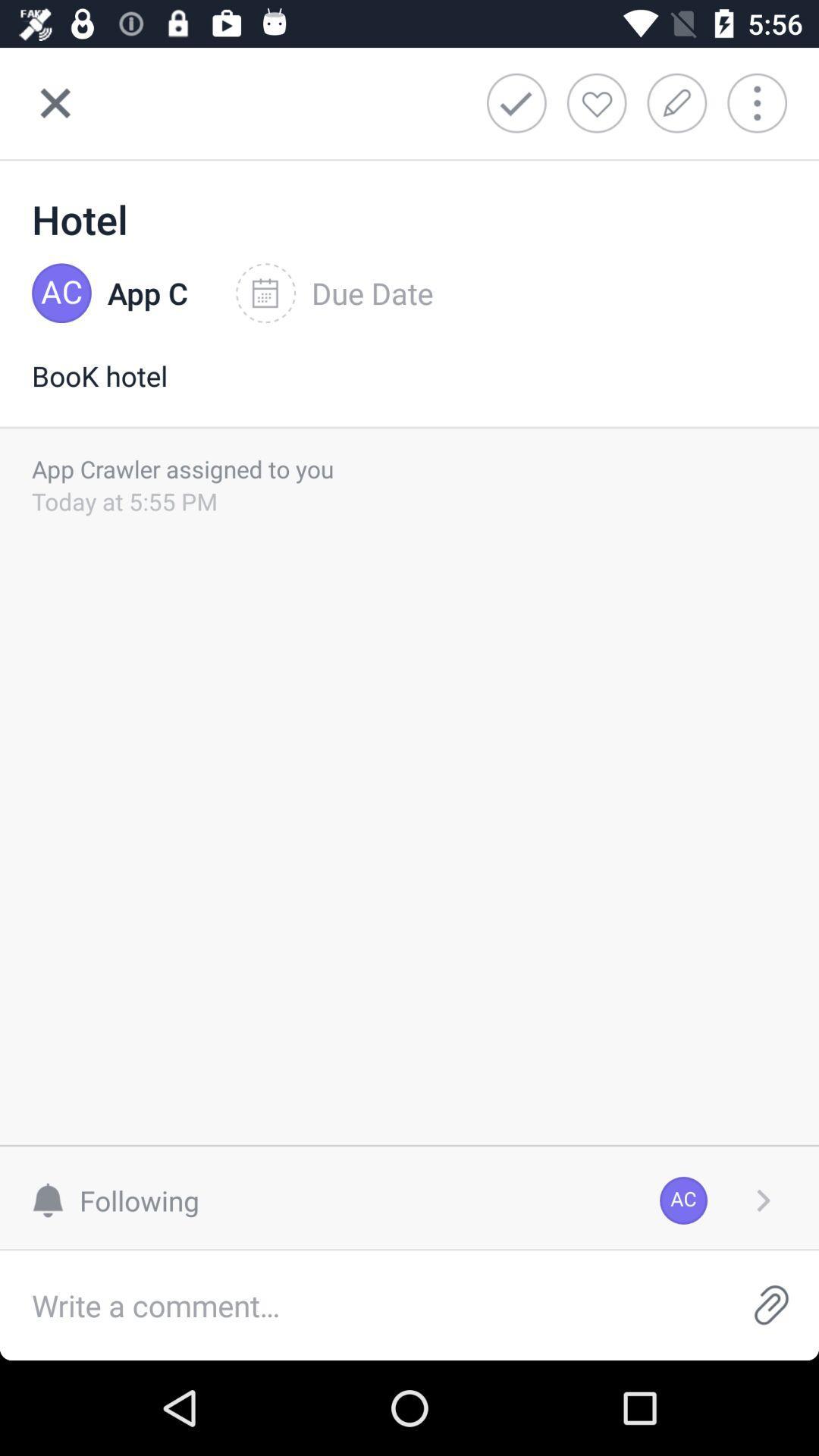 The height and width of the screenshot is (1456, 819). What do you see at coordinates (334, 293) in the screenshot?
I see `due date icon` at bounding box center [334, 293].